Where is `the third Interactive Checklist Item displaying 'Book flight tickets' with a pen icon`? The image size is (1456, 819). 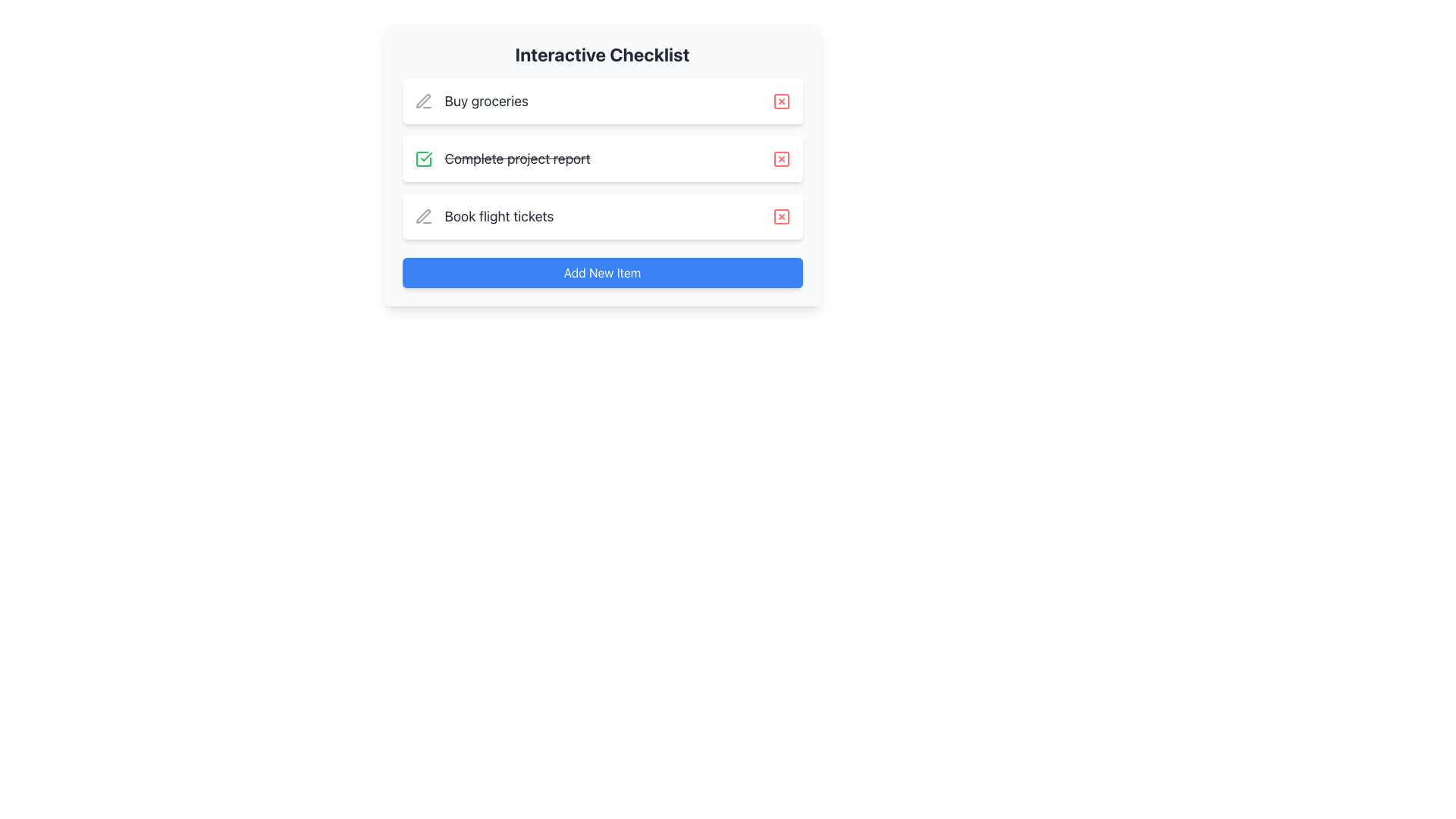
the third Interactive Checklist Item displaying 'Book flight tickets' with a pen icon is located at coordinates (483, 216).